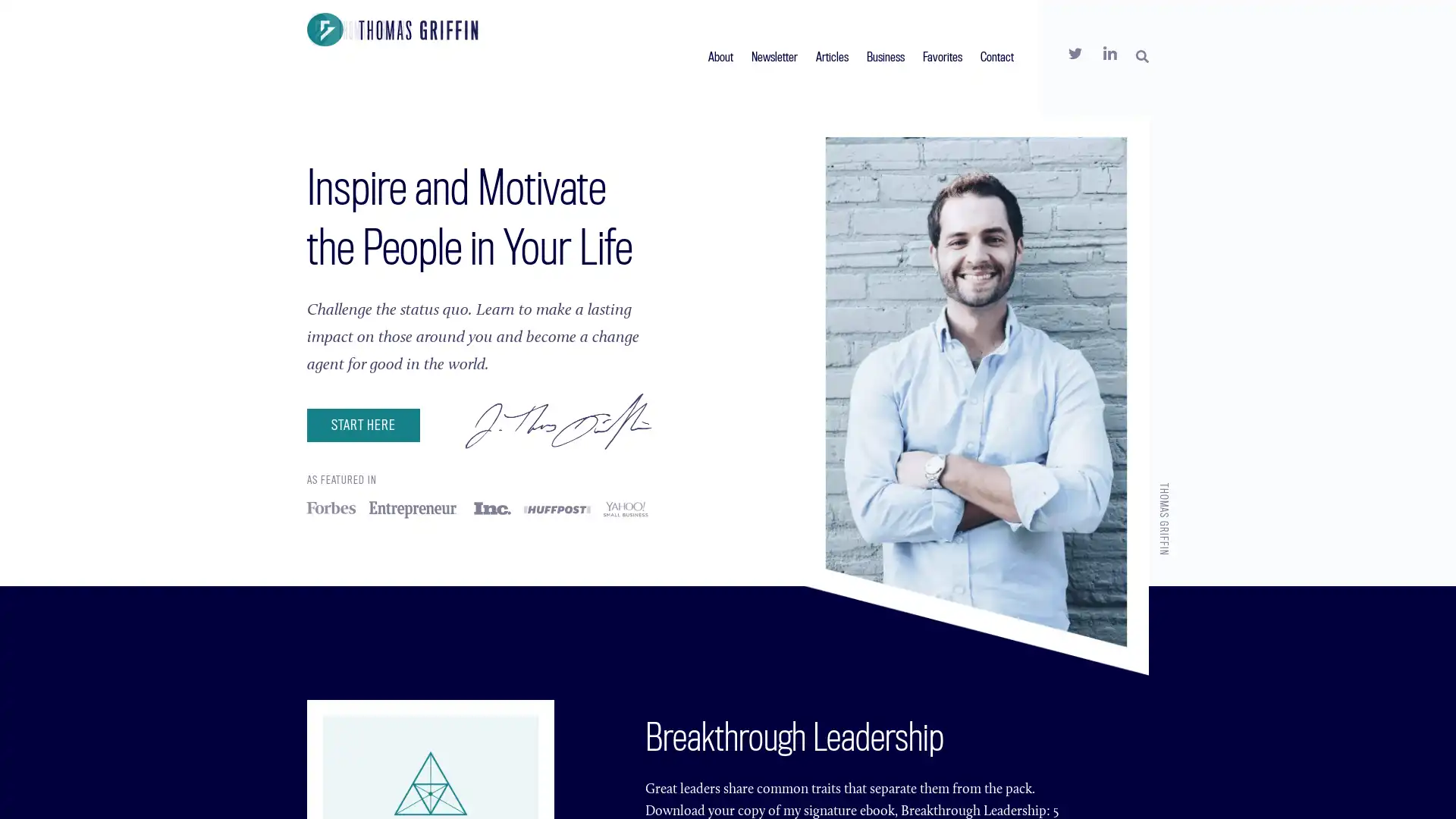 This screenshot has height=819, width=1456. What do you see at coordinates (1142, 55) in the screenshot?
I see `SEARCH` at bounding box center [1142, 55].